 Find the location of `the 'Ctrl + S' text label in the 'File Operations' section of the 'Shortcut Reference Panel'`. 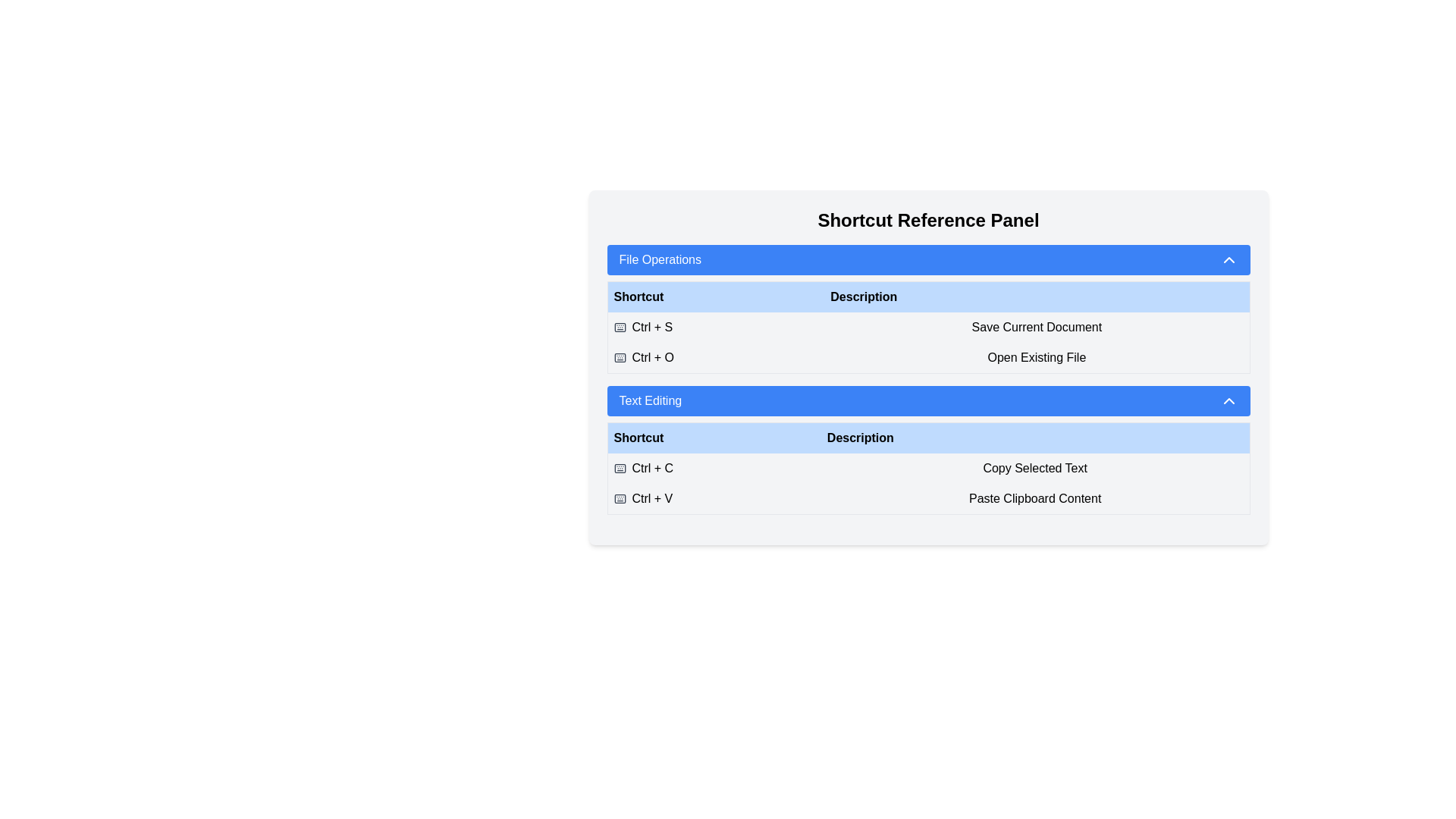

the 'Ctrl + S' text label in the 'File Operations' section of the 'Shortcut Reference Panel' is located at coordinates (652, 327).